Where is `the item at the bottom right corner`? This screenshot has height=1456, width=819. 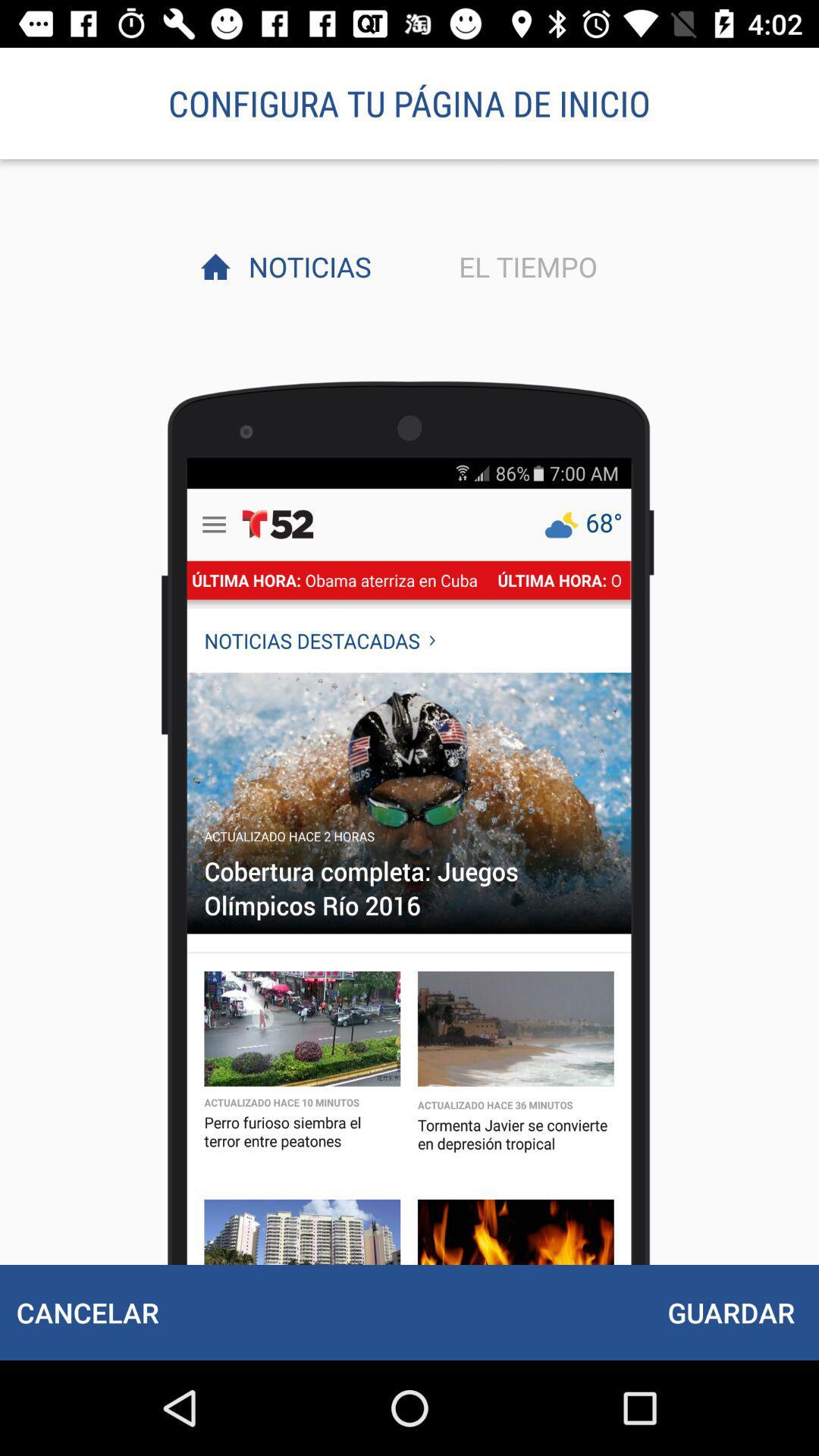
the item at the bottom right corner is located at coordinates (730, 1312).